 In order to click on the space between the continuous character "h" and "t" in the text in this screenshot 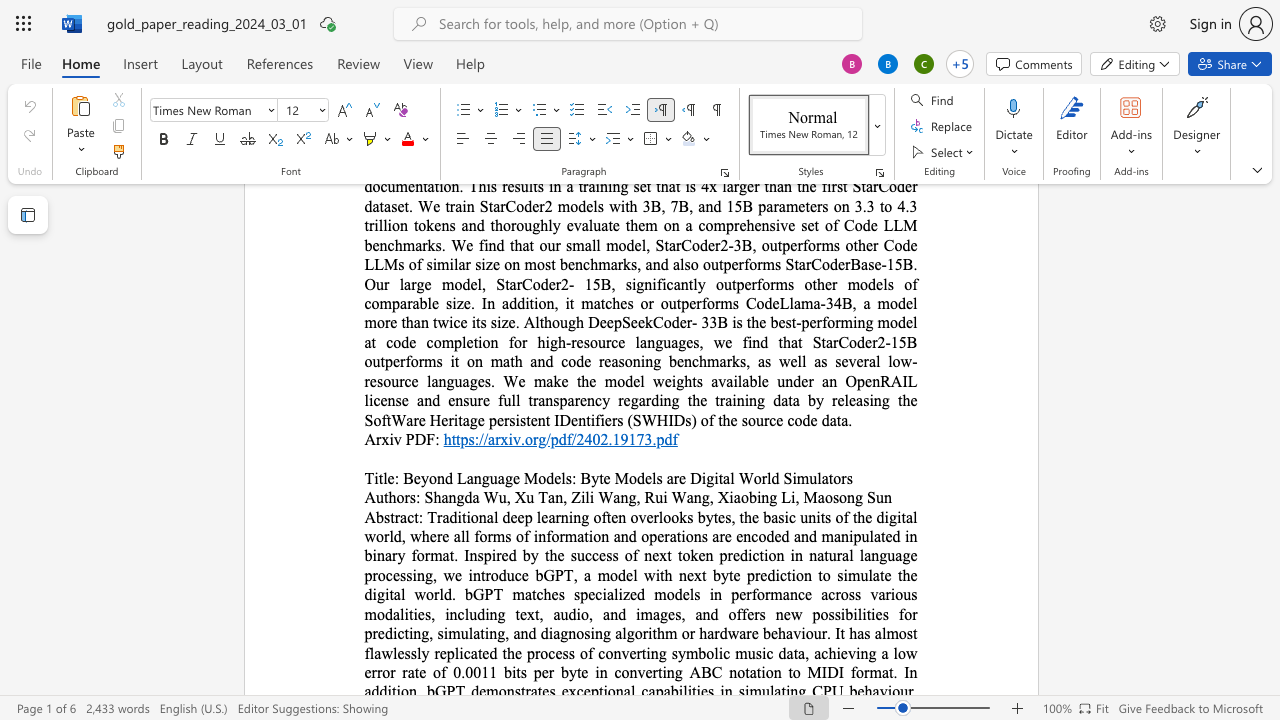, I will do `click(449, 438)`.